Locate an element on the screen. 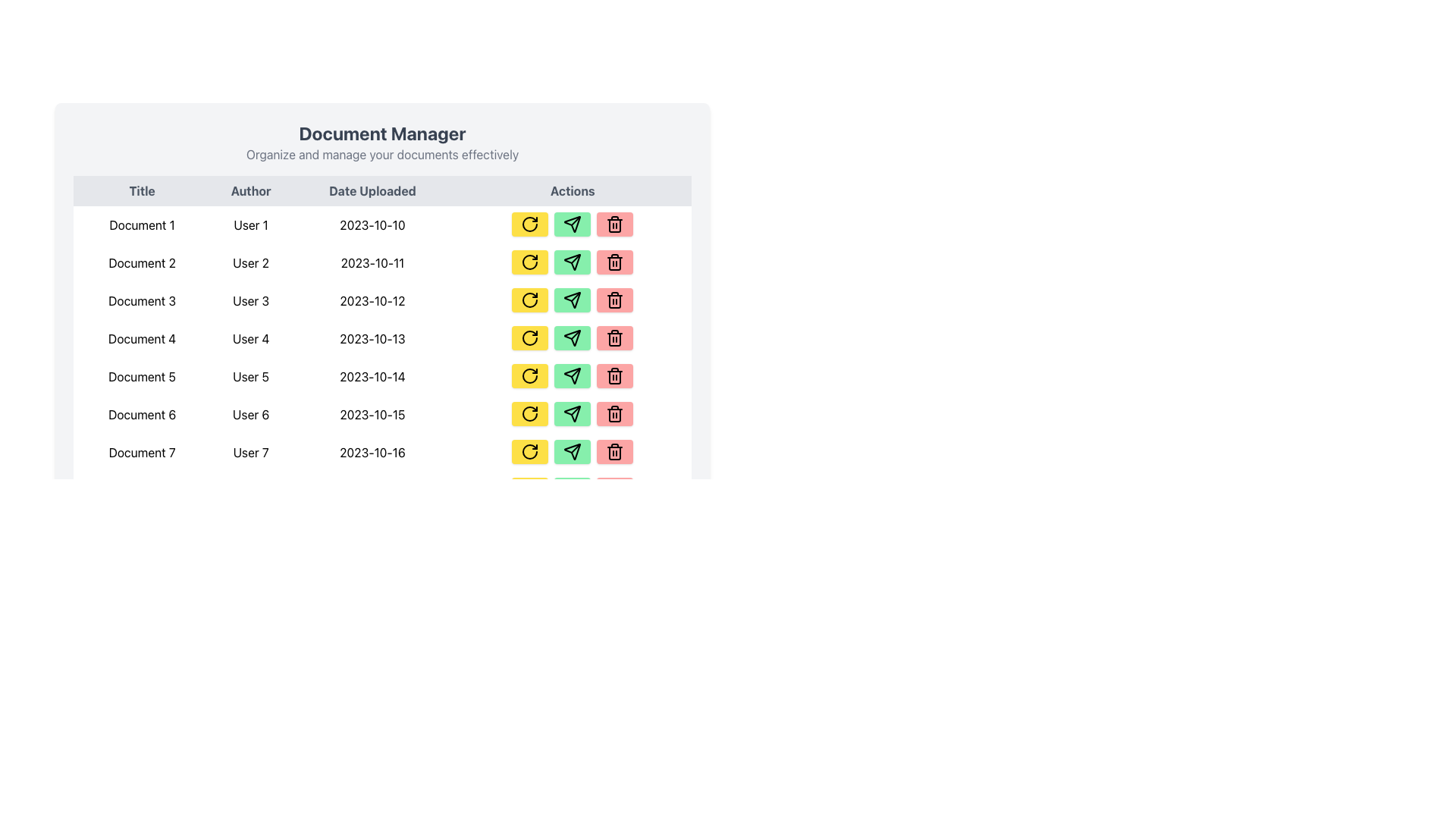 The height and width of the screenshot is (819, 1456). the text element that reads 'User 5', which is part of the row labeled 'Document 5' in the 'Author' column of the table is located at coordinates (251, 376).